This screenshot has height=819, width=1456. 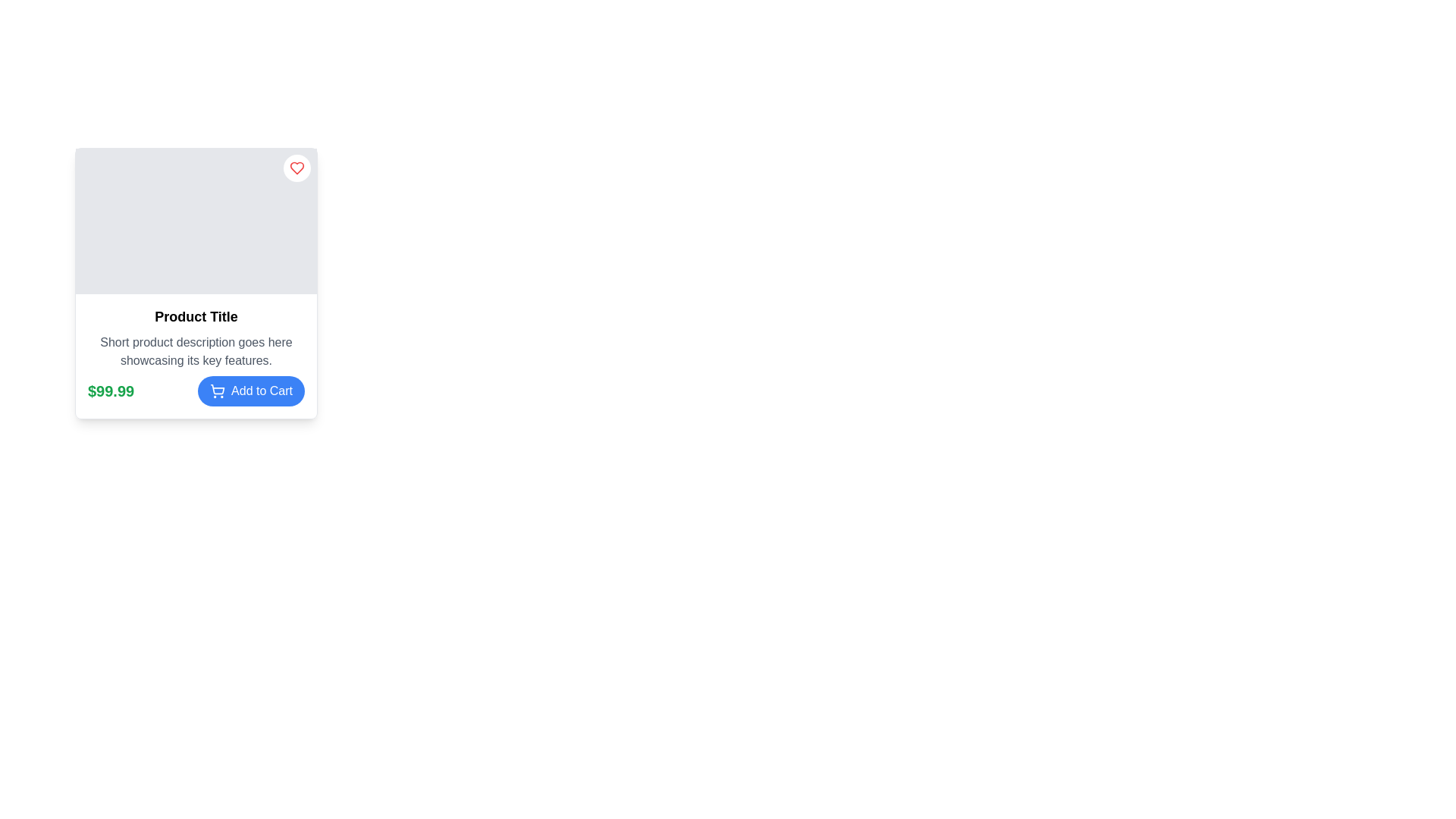 What do you see at coordinates (110, 391) in the screenshot?
I see `price label displaying '$99.99' which is bold, large, and green, positioned on the left side beneath the product description and aligned with the 'Add to Cart' button` at bounding box center [110, 391].